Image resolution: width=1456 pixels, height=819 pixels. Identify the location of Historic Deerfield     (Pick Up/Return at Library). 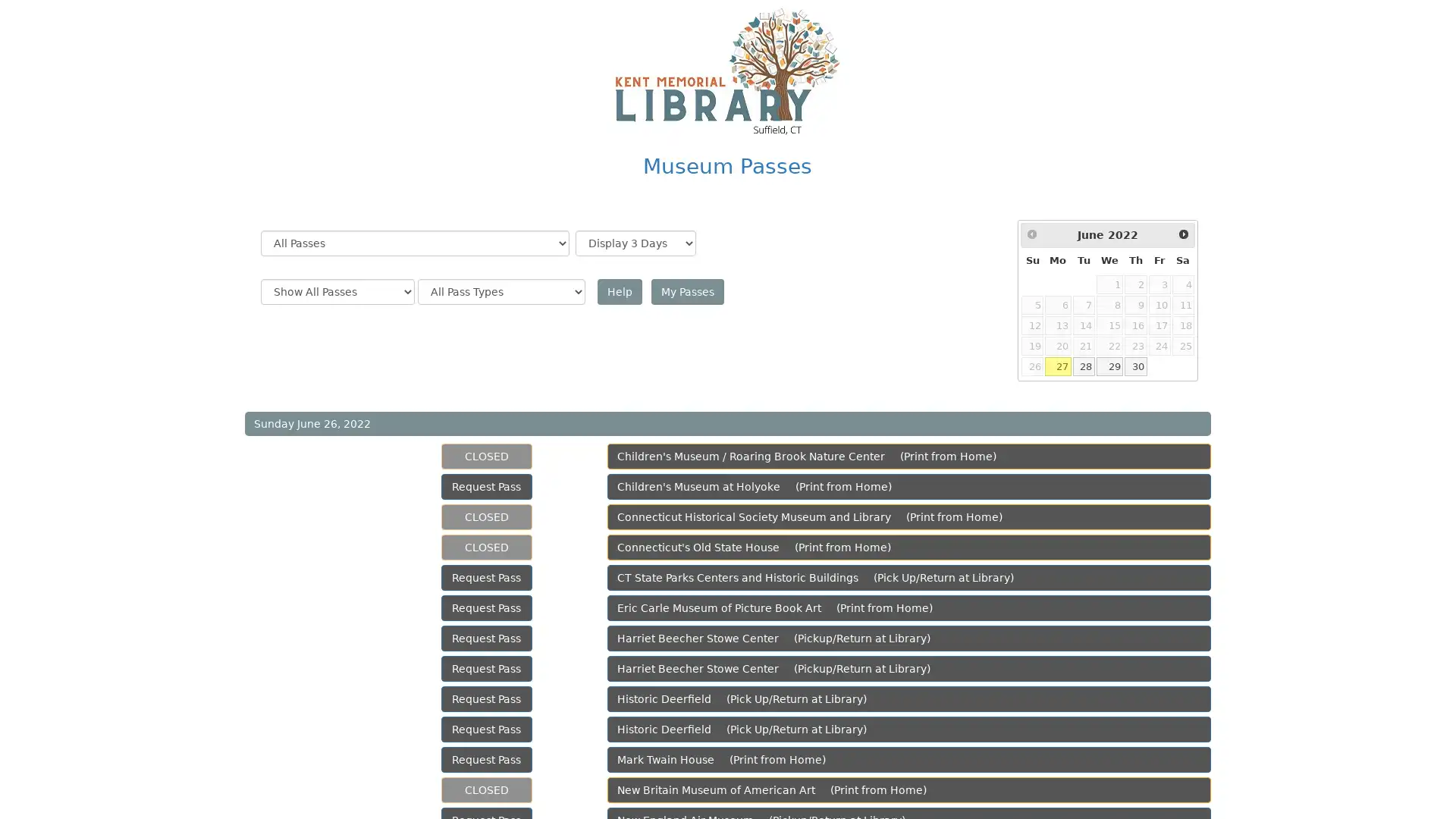
(908, 728).